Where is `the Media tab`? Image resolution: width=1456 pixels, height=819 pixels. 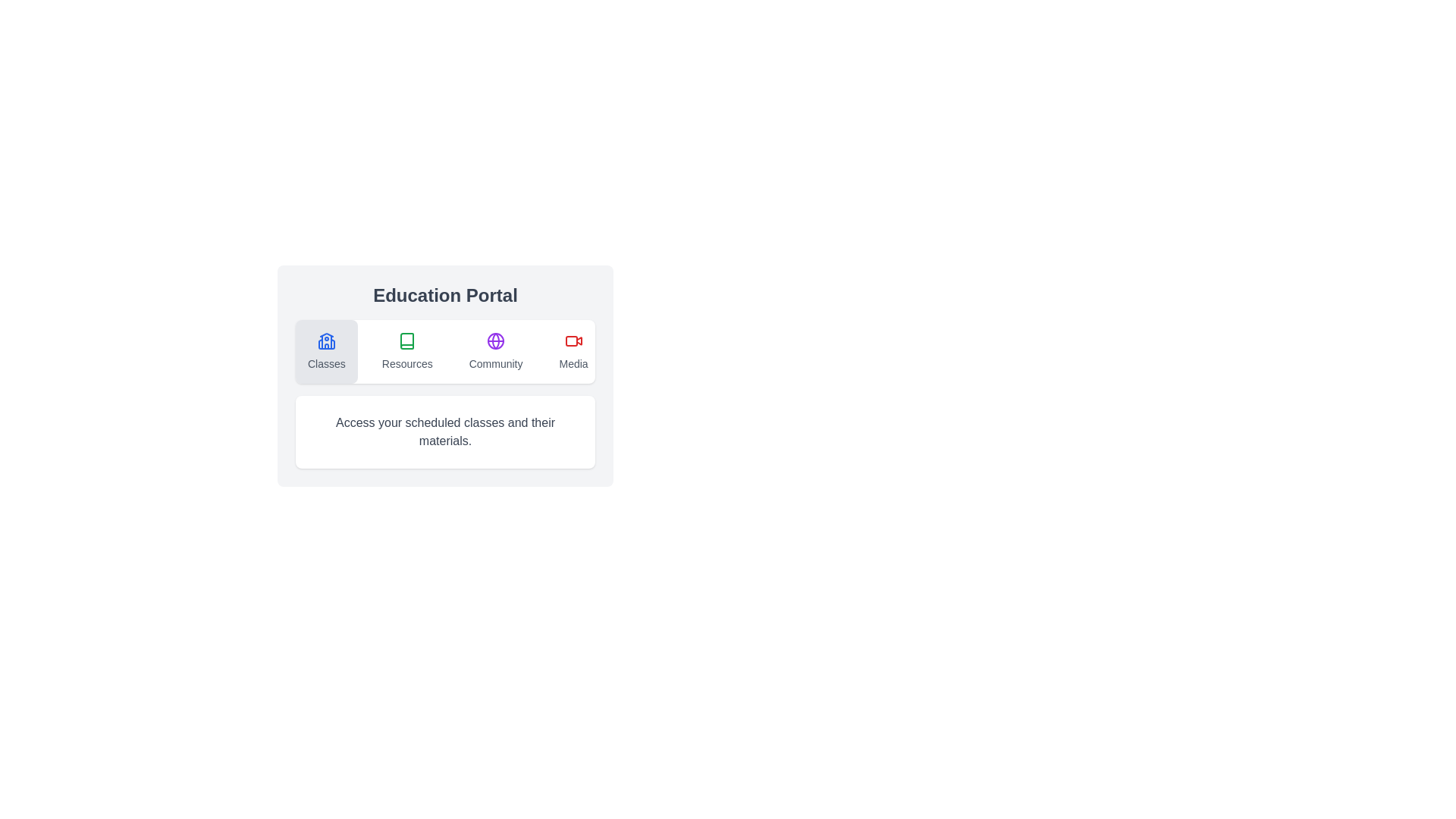
the Media tab is located at coordinates (572, 351).